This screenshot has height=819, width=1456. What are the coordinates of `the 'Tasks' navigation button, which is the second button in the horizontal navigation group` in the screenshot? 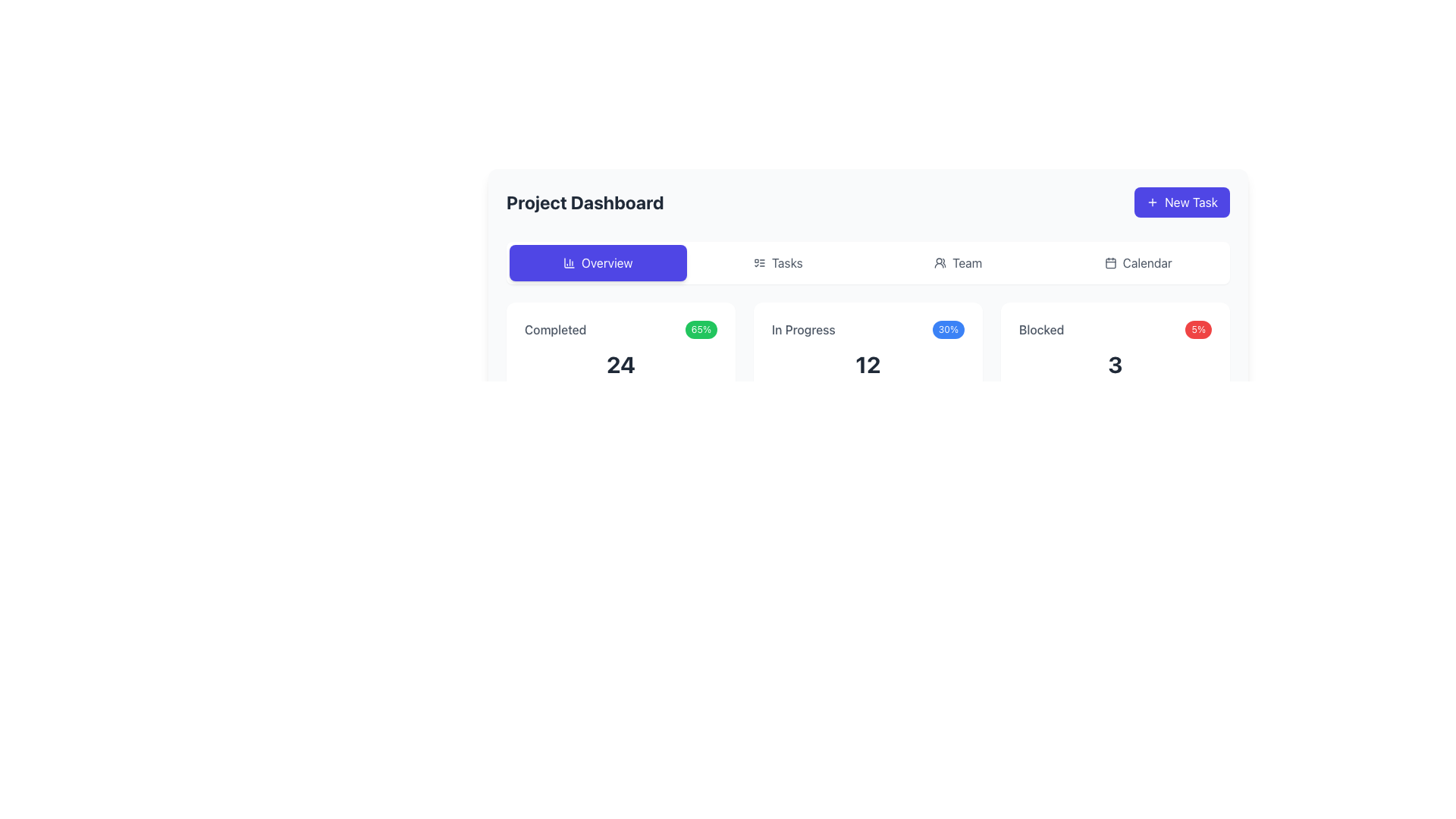 It's located at (778, 262).